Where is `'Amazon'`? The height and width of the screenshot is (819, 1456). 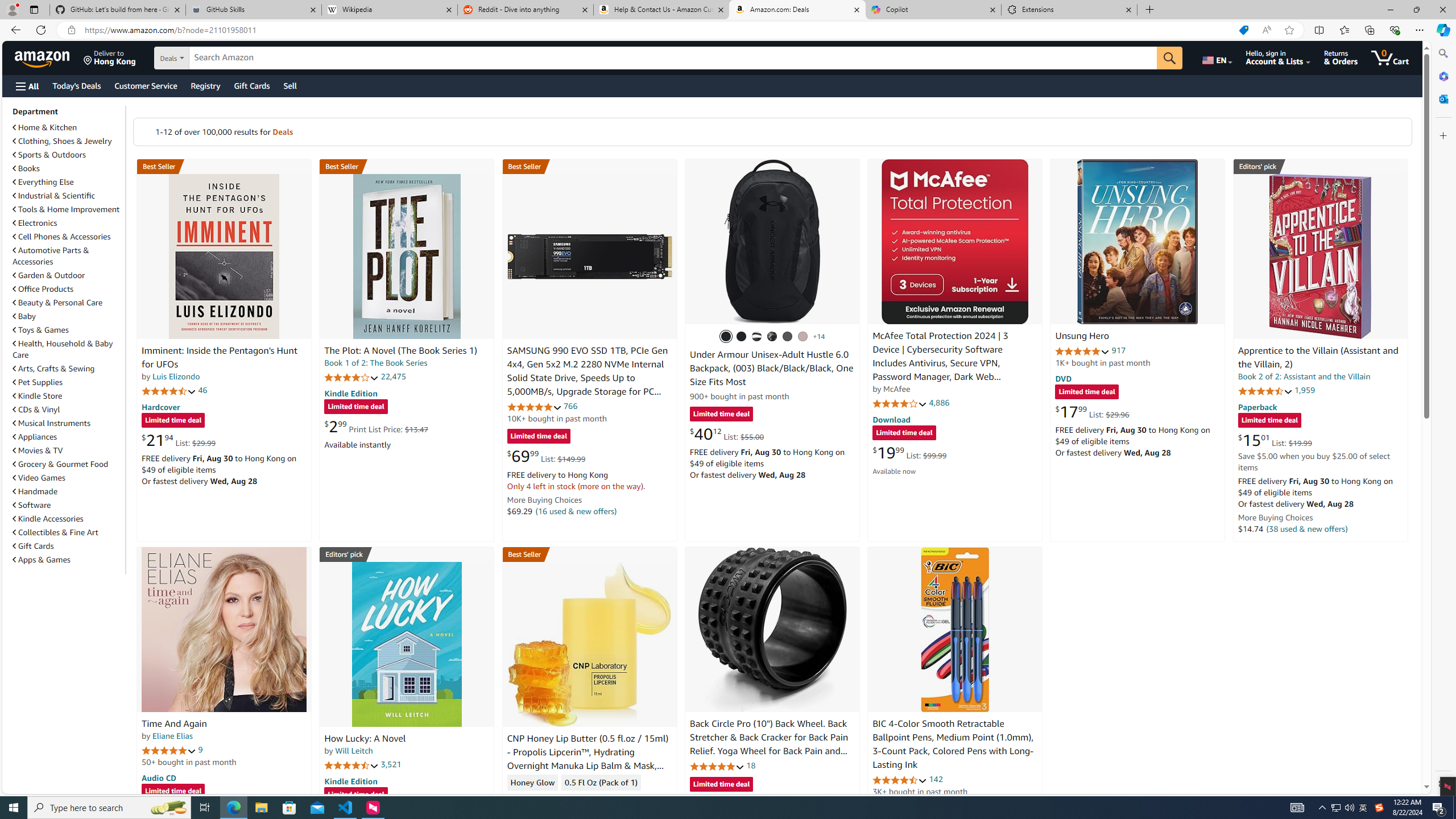
'Amazon' is located at coordinates (43, 57).